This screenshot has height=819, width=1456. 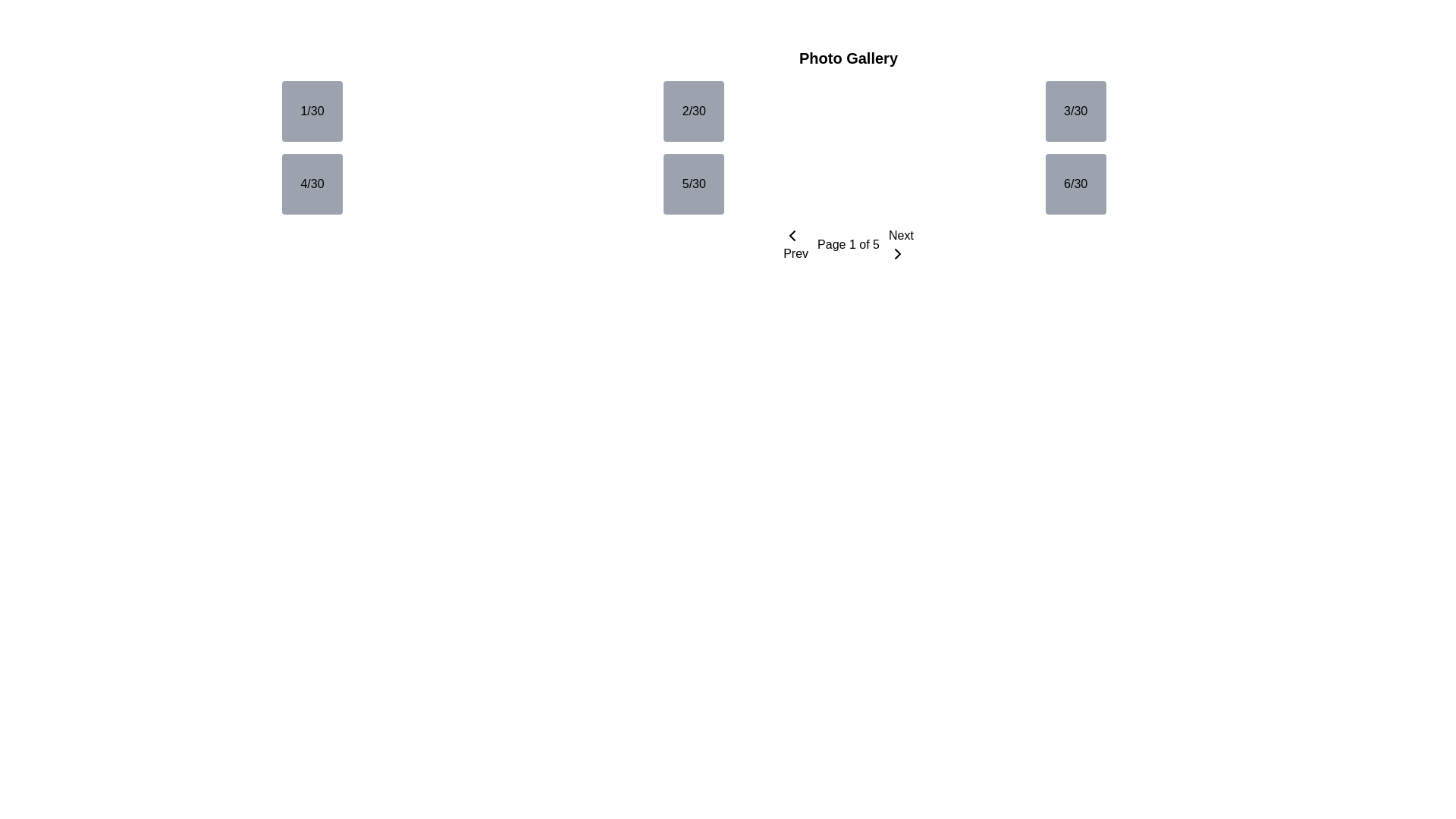 What do you see at coordinates (847, 58) in the screenshot?
I see `the title text 'Photo Gallery' which is bold and large, located at the top of the layout` at bounding box center [847, 58].